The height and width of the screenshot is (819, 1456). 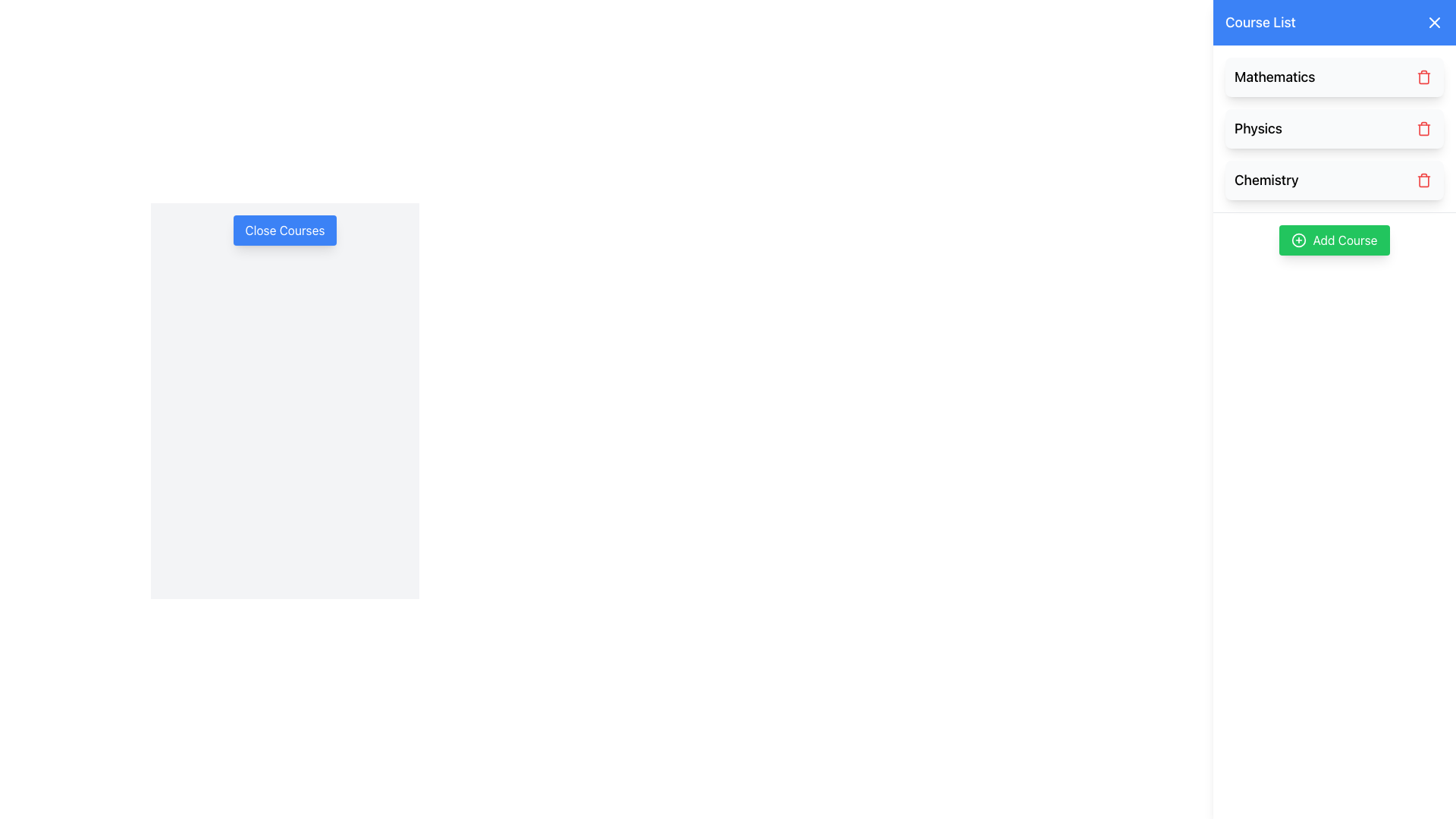 What do you see at coordinates (1298, 239) in the screenshot?
I see `the circular plus icon within the 'Add Course' button located in the bottom-right section of the panel` at bounding box center [1298, 239].